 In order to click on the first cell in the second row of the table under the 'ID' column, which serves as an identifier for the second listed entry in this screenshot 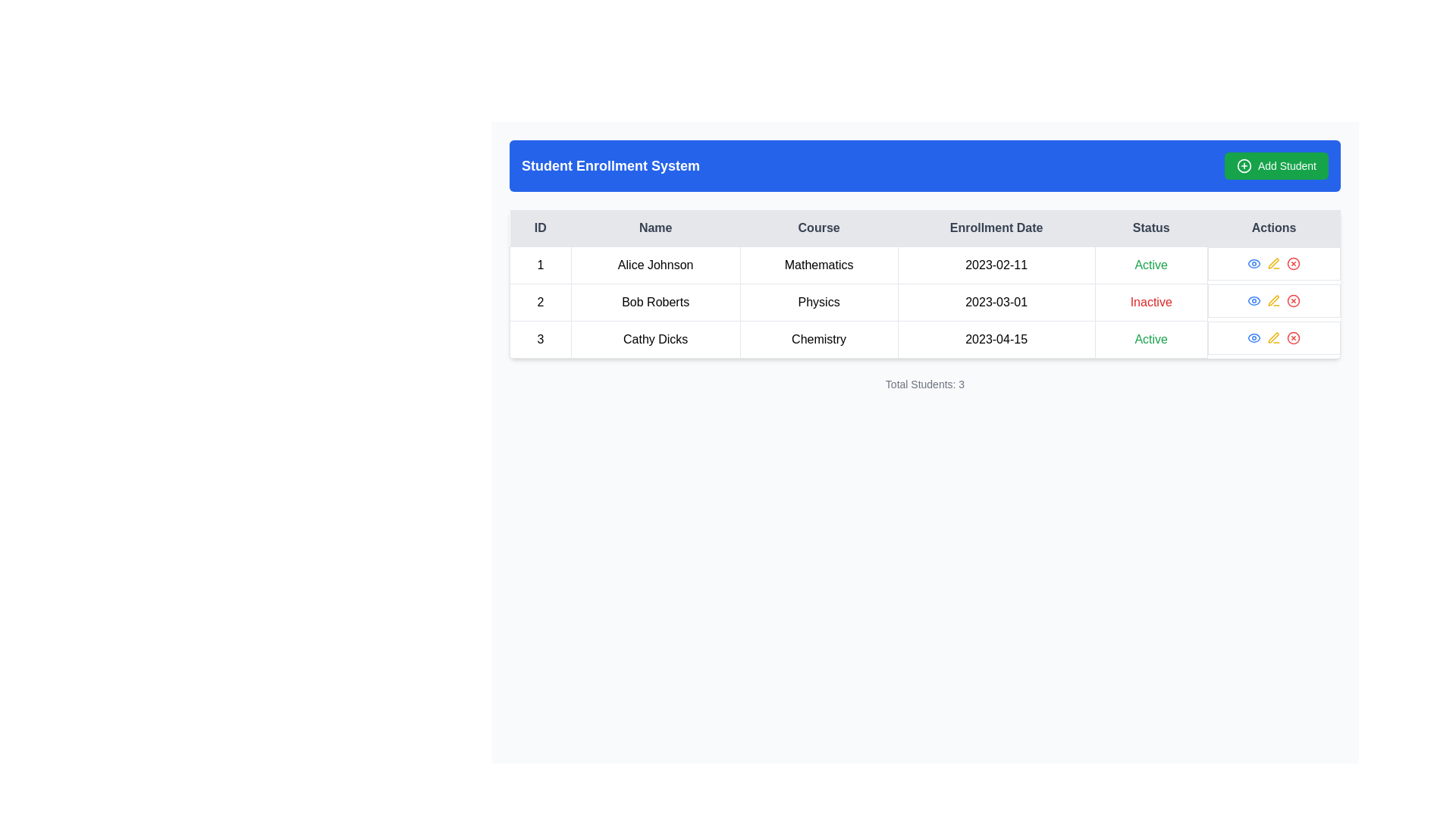, I will do `click(540, 302)`.